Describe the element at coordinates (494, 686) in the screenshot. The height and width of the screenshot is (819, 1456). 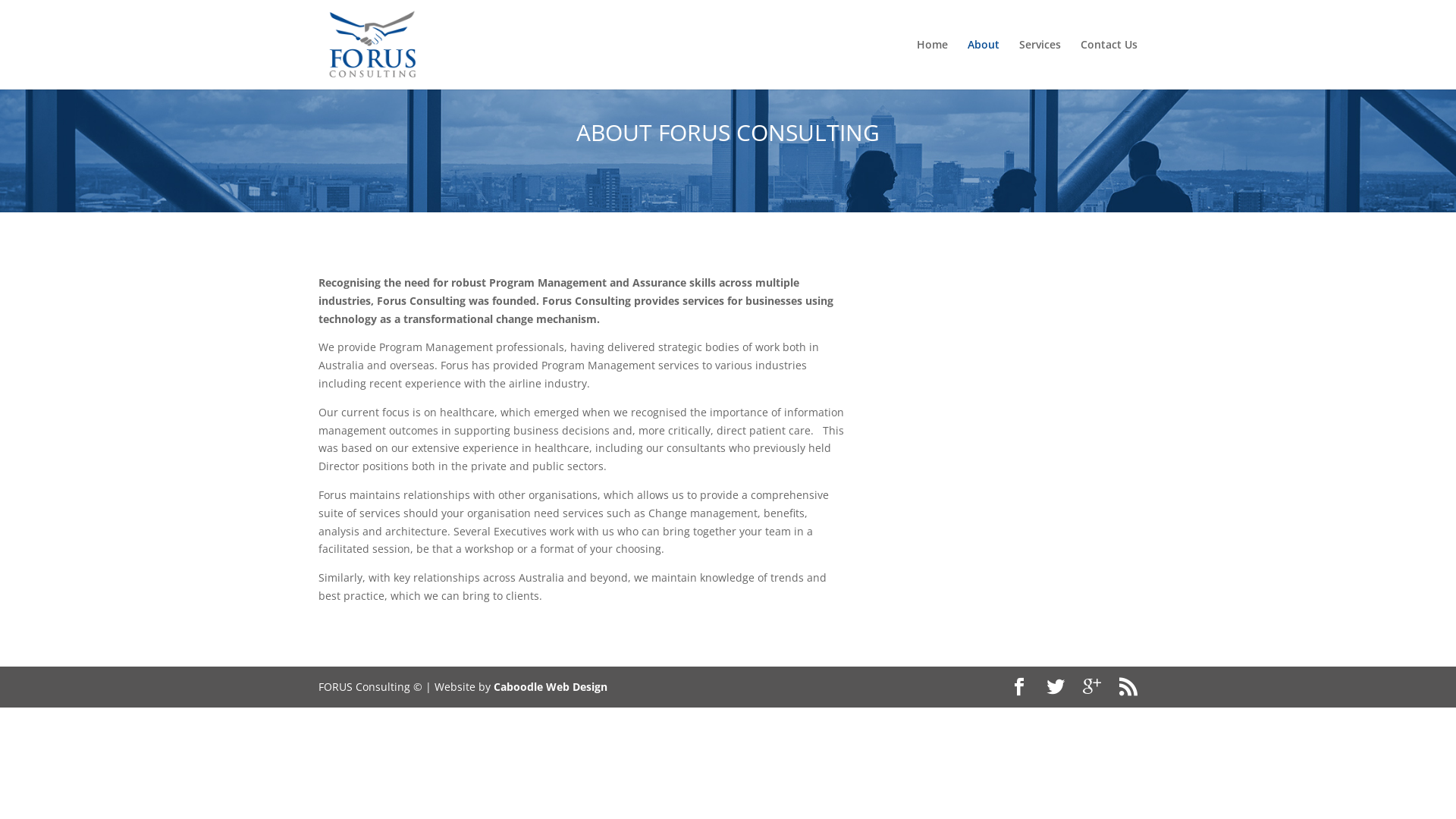
I see `'Caboodle Web Design'` at that location.